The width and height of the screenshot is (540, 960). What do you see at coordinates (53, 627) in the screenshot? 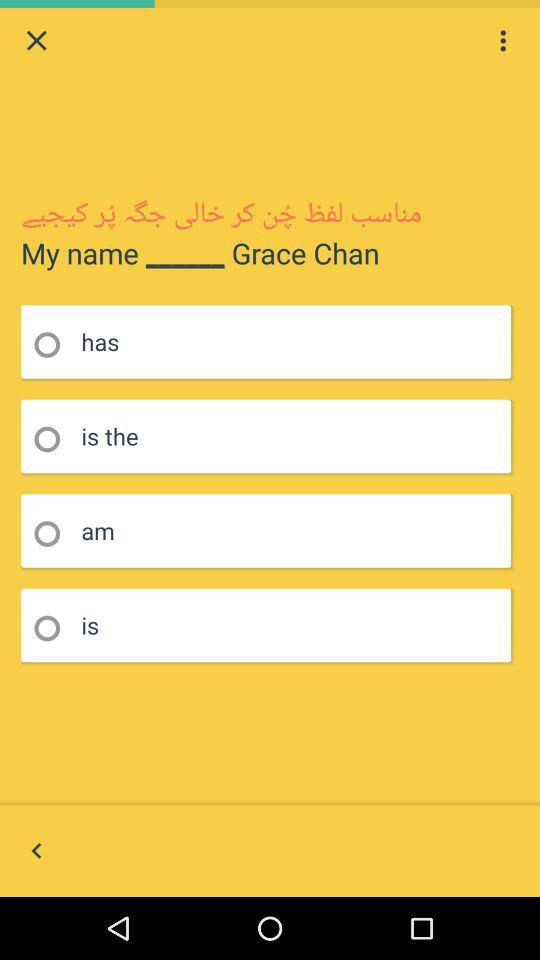
I see `answer is` at bounding box center [53, 627].